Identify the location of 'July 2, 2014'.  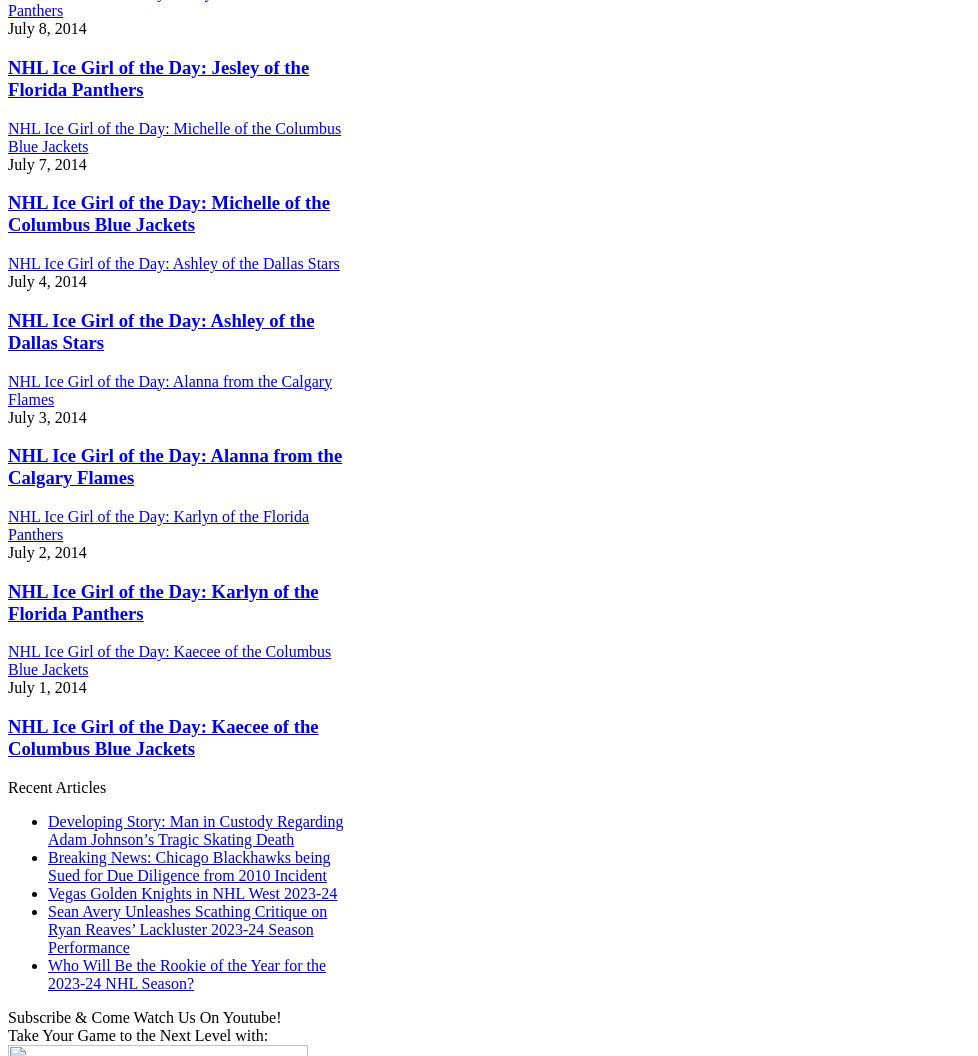
(47, 552).